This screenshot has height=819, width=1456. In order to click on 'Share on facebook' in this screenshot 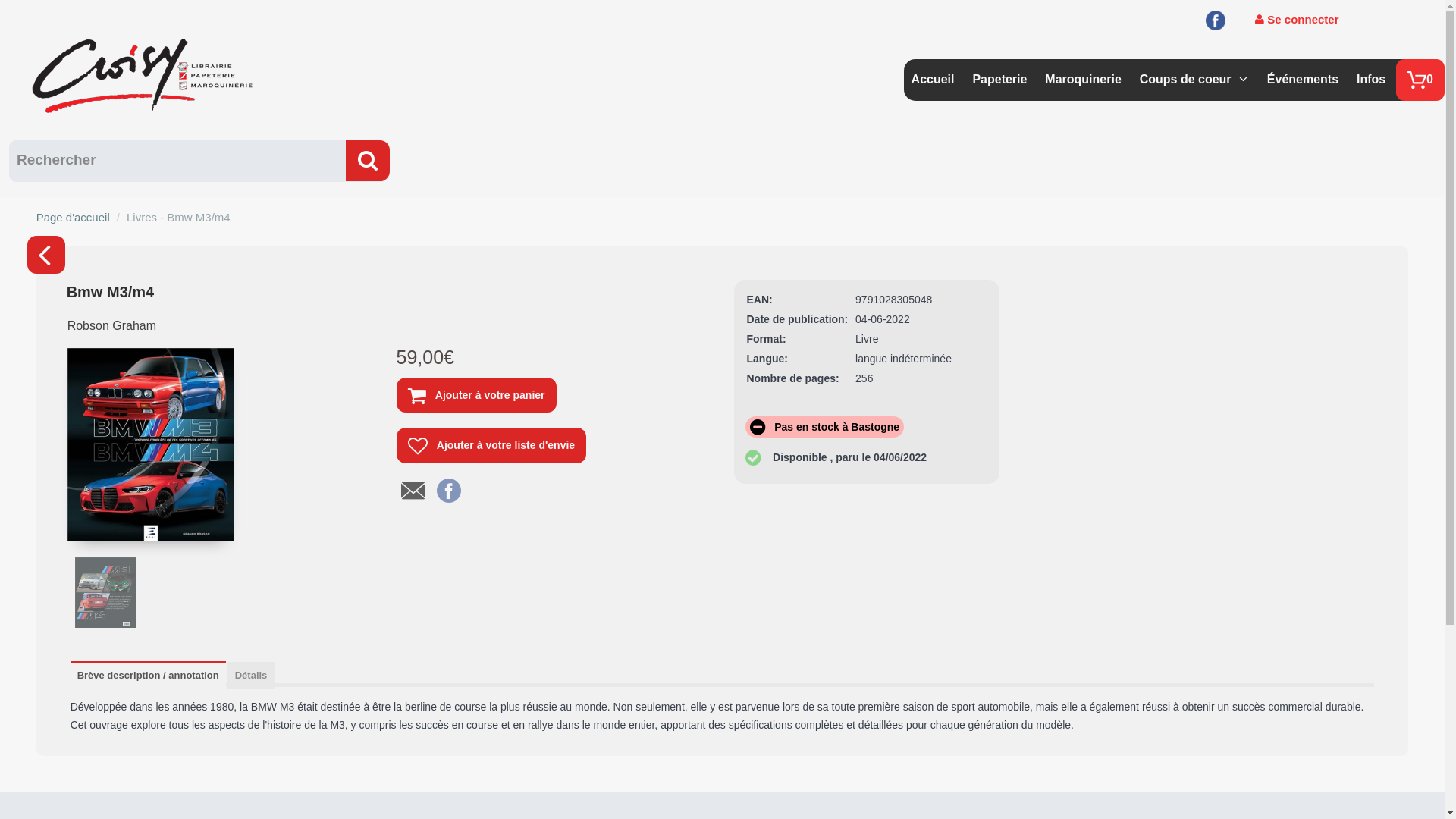, I will do `click(447, 488)`.